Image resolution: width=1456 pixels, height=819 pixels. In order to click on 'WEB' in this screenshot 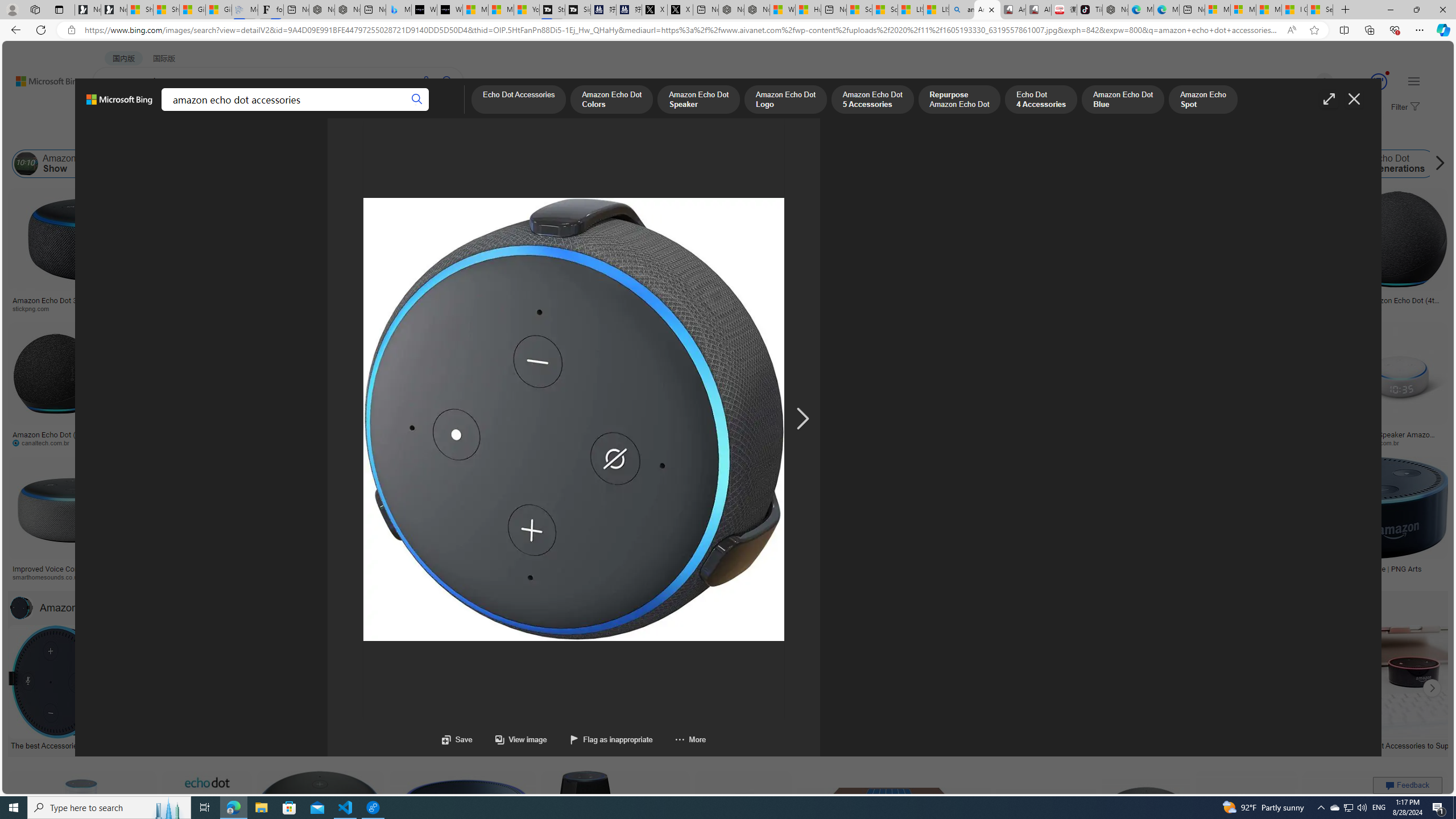, I will do `click(113, 111)`.